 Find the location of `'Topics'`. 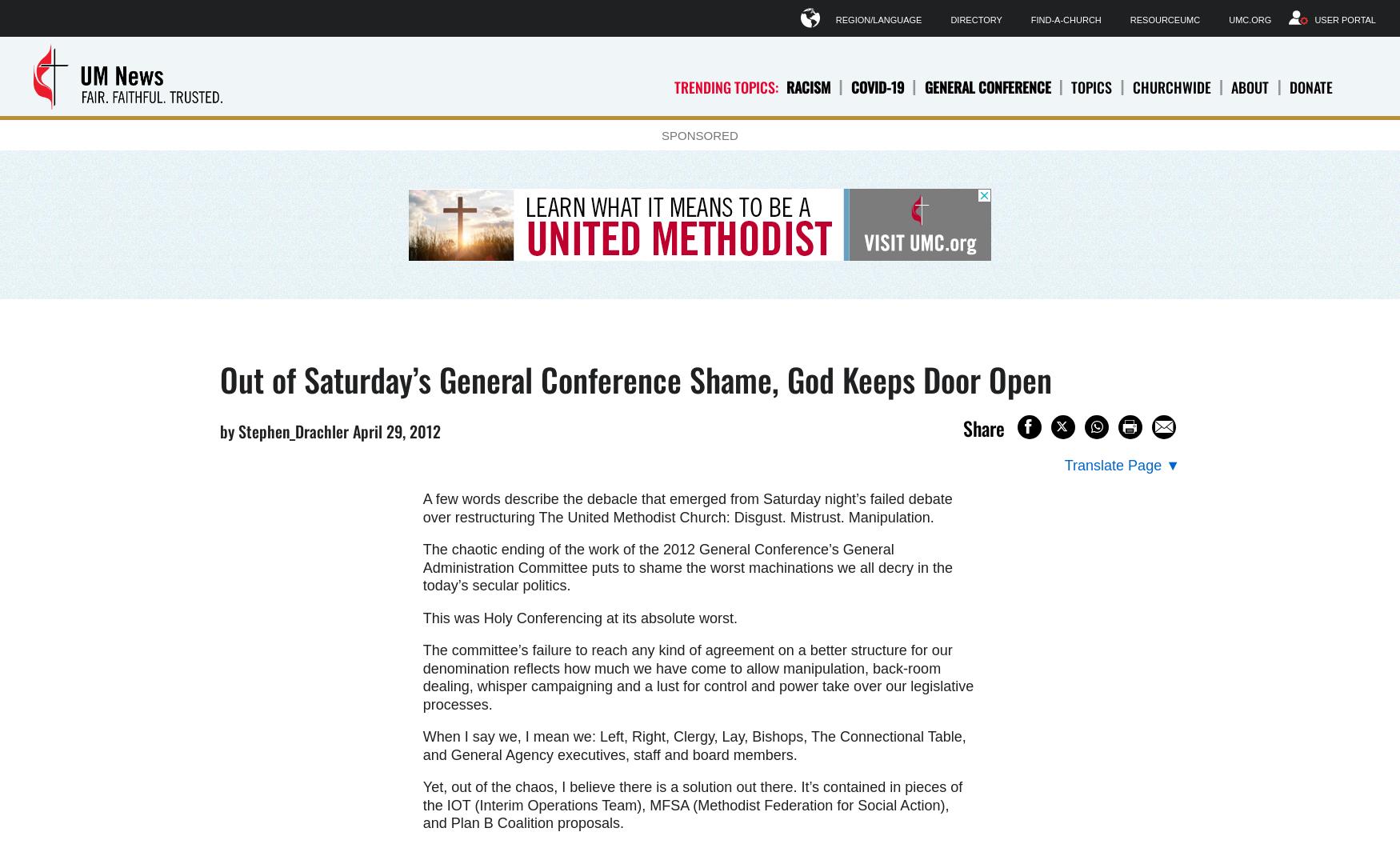

'Topics' is located at coordinates (1091, 86).